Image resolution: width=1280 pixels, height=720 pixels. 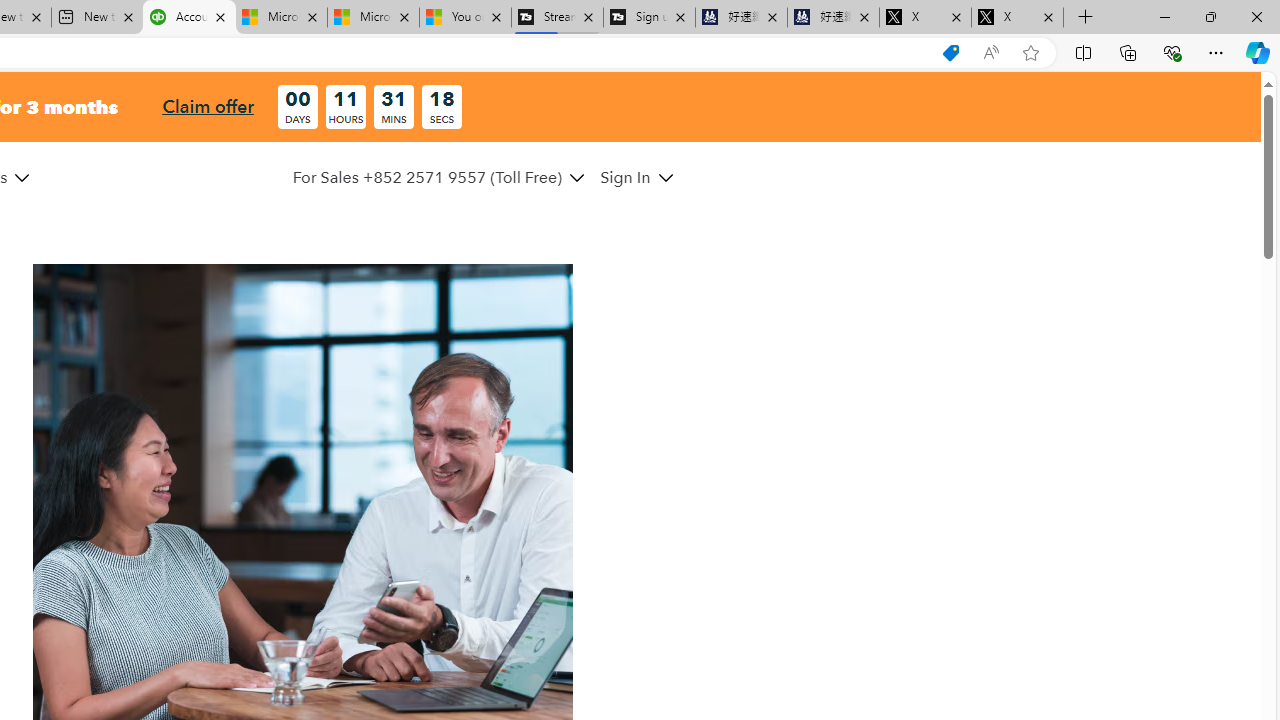 I want to click on 'New tab', so click(x=96, y=17).